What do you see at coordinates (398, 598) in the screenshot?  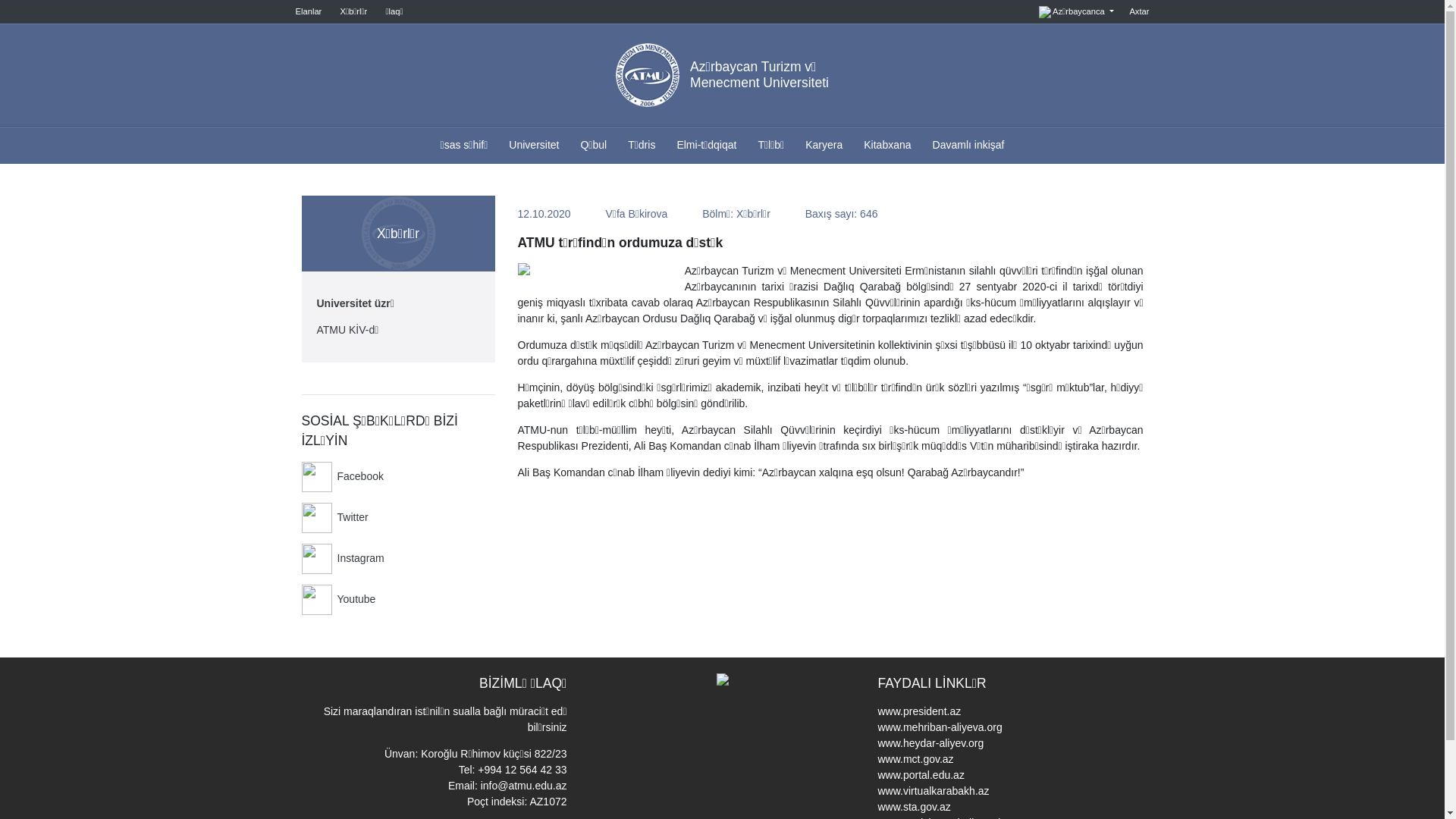 I see `'Youtube'` at bounding box center [398, 598].